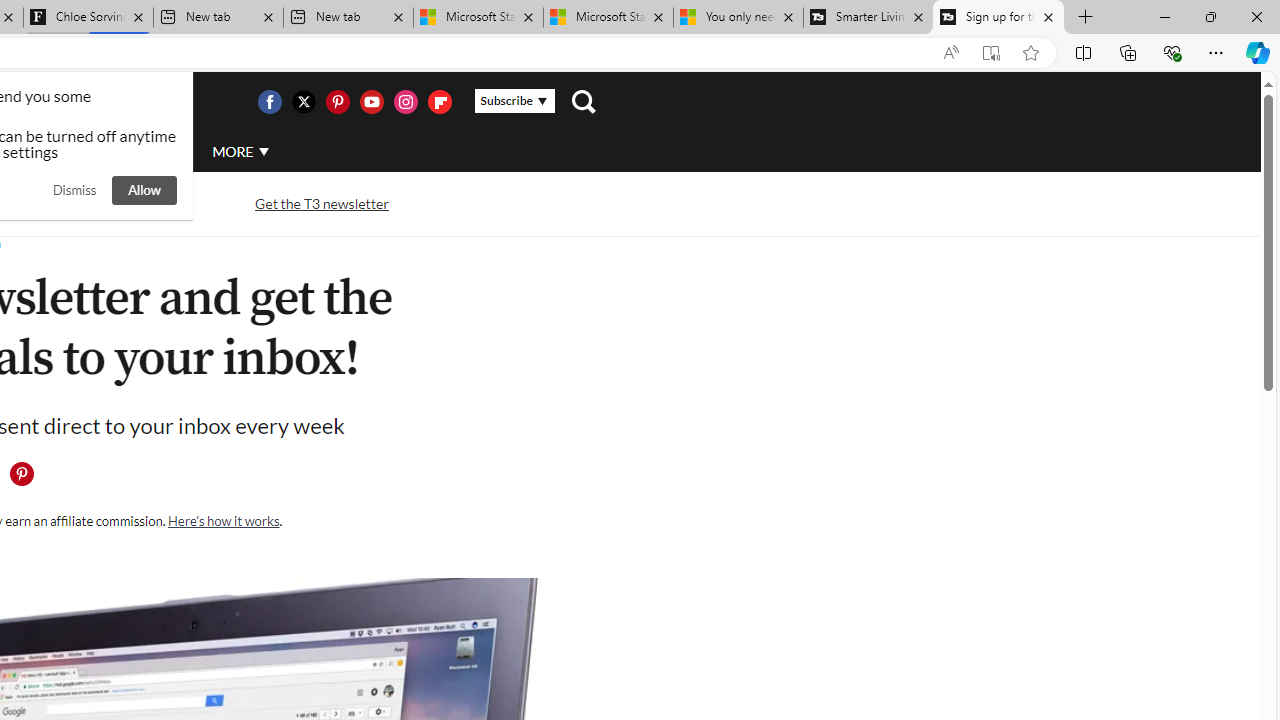 This screenshot has height=720, width=1280. What do you see at coordinates (74, 190) in the screenshot?
I see `'Dismiss'` at bounding box center [74, 190].